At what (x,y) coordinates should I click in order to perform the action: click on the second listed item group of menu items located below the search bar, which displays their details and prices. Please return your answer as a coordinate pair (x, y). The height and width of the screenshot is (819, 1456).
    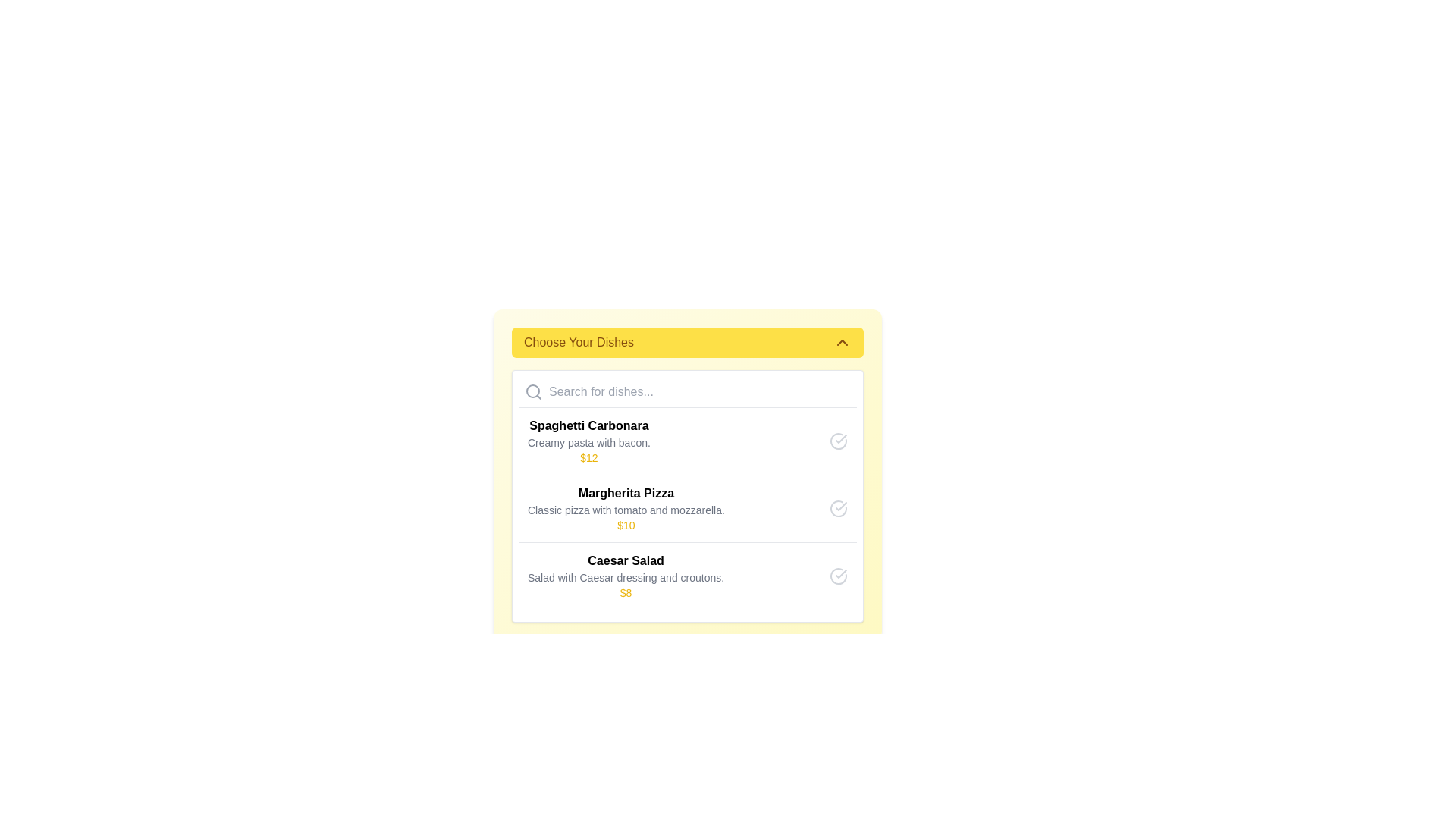
    Looking at the image, I should click on (687, 509).